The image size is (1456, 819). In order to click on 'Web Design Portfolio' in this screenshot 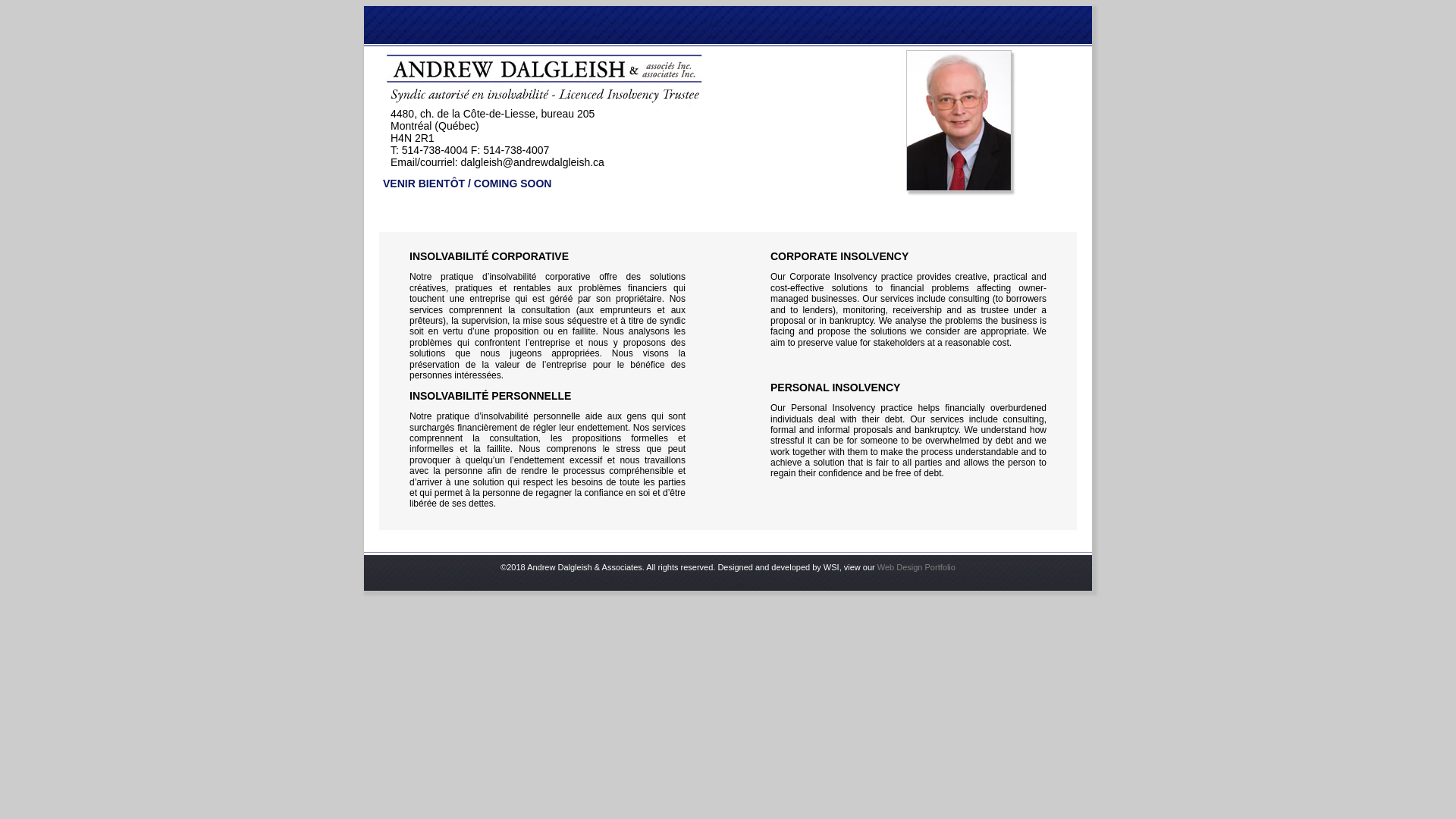, I will do `click(915, 567)`.